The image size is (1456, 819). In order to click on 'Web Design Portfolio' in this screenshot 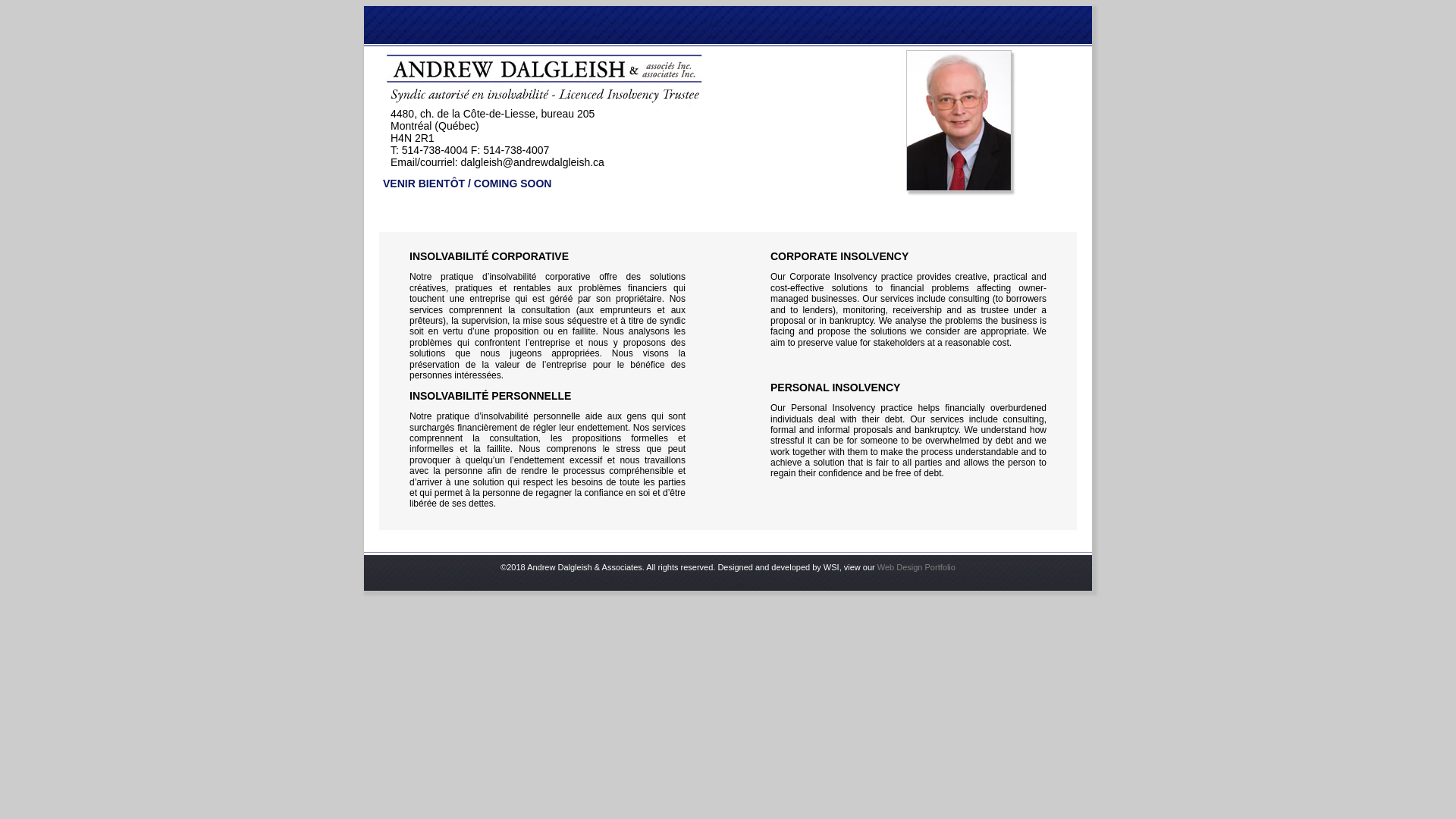, I will do `click(915, 567)`.